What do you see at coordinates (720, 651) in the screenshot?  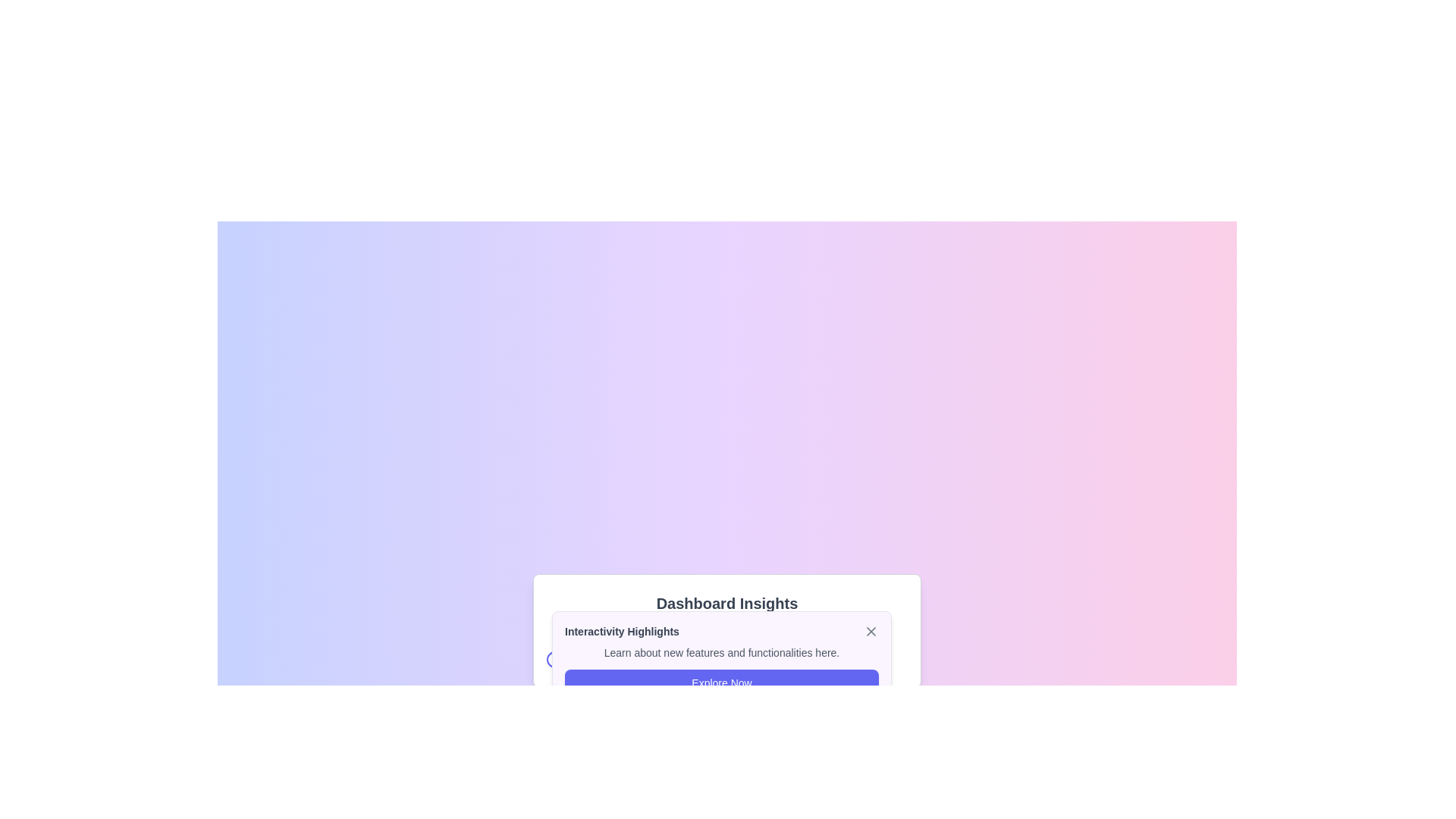 I see `the text label that displays 'Learn about new features and functionalities here.' located in the center-lower area of the 'Interactivity Highlights' popup` at bounding box center [720, 651].